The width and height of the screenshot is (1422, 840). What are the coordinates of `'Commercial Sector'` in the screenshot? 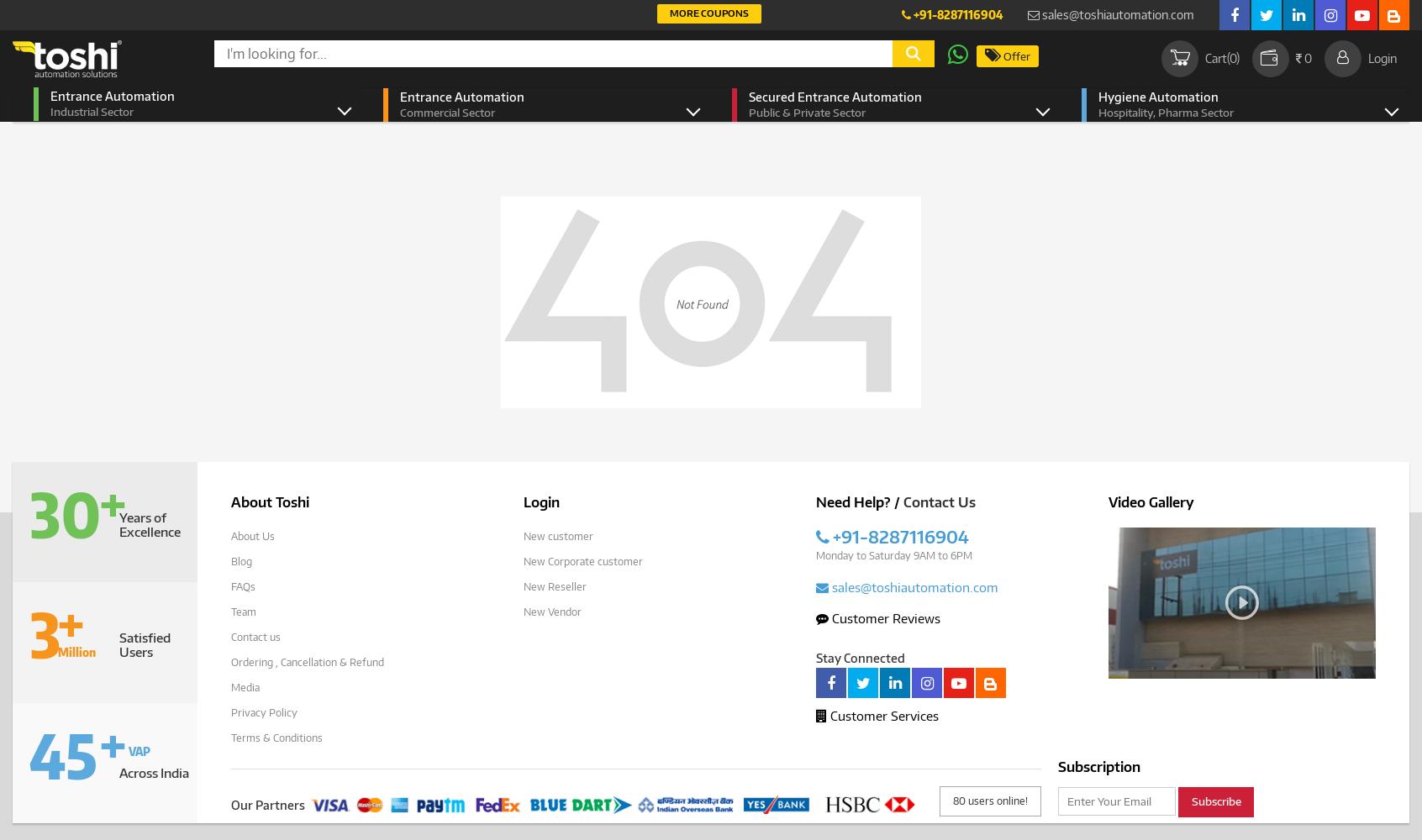 It's located at (446, 113).